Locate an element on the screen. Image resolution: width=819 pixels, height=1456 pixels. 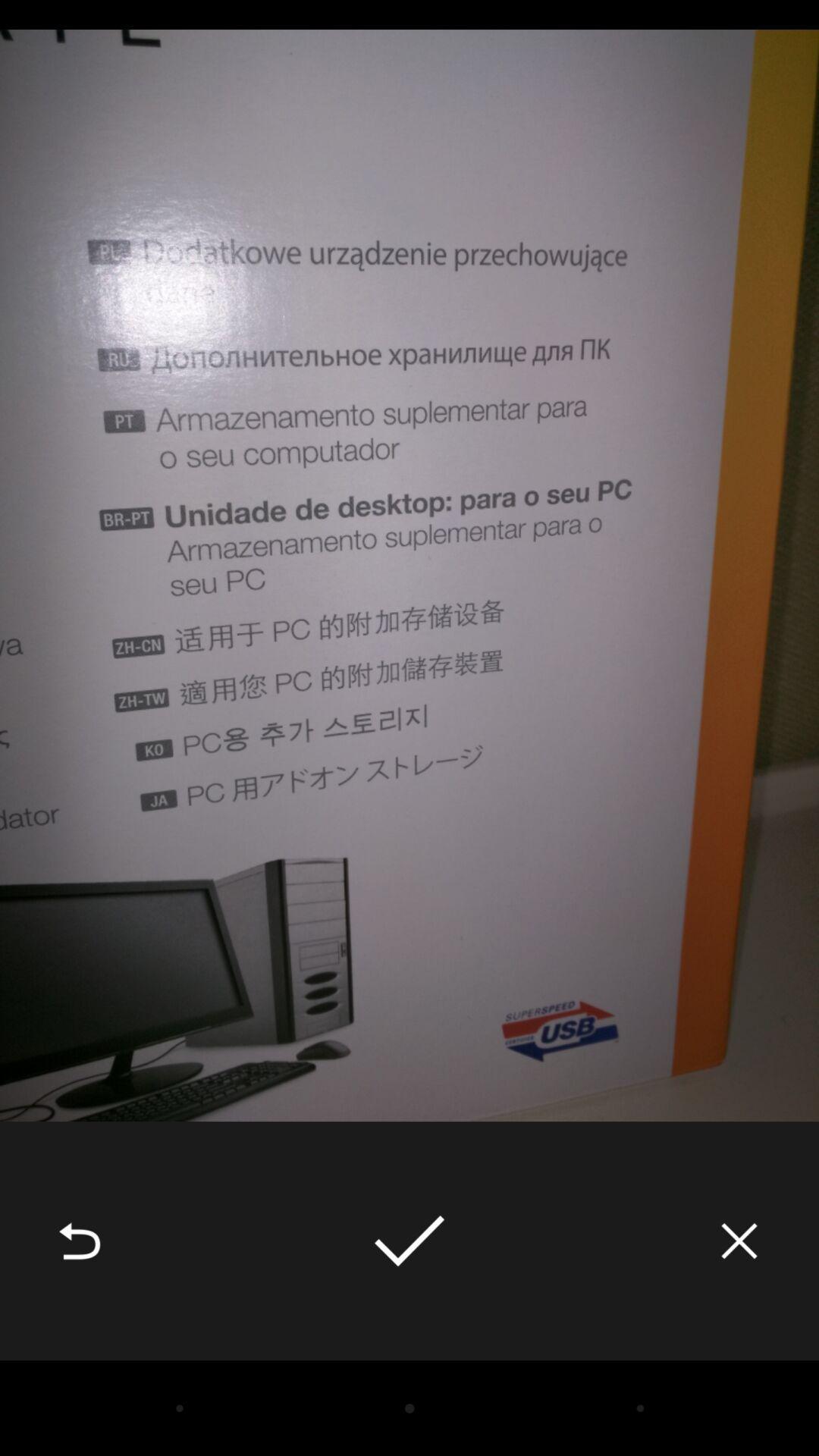
icon at the bottom left corner is located at coordinates (79, 1241).